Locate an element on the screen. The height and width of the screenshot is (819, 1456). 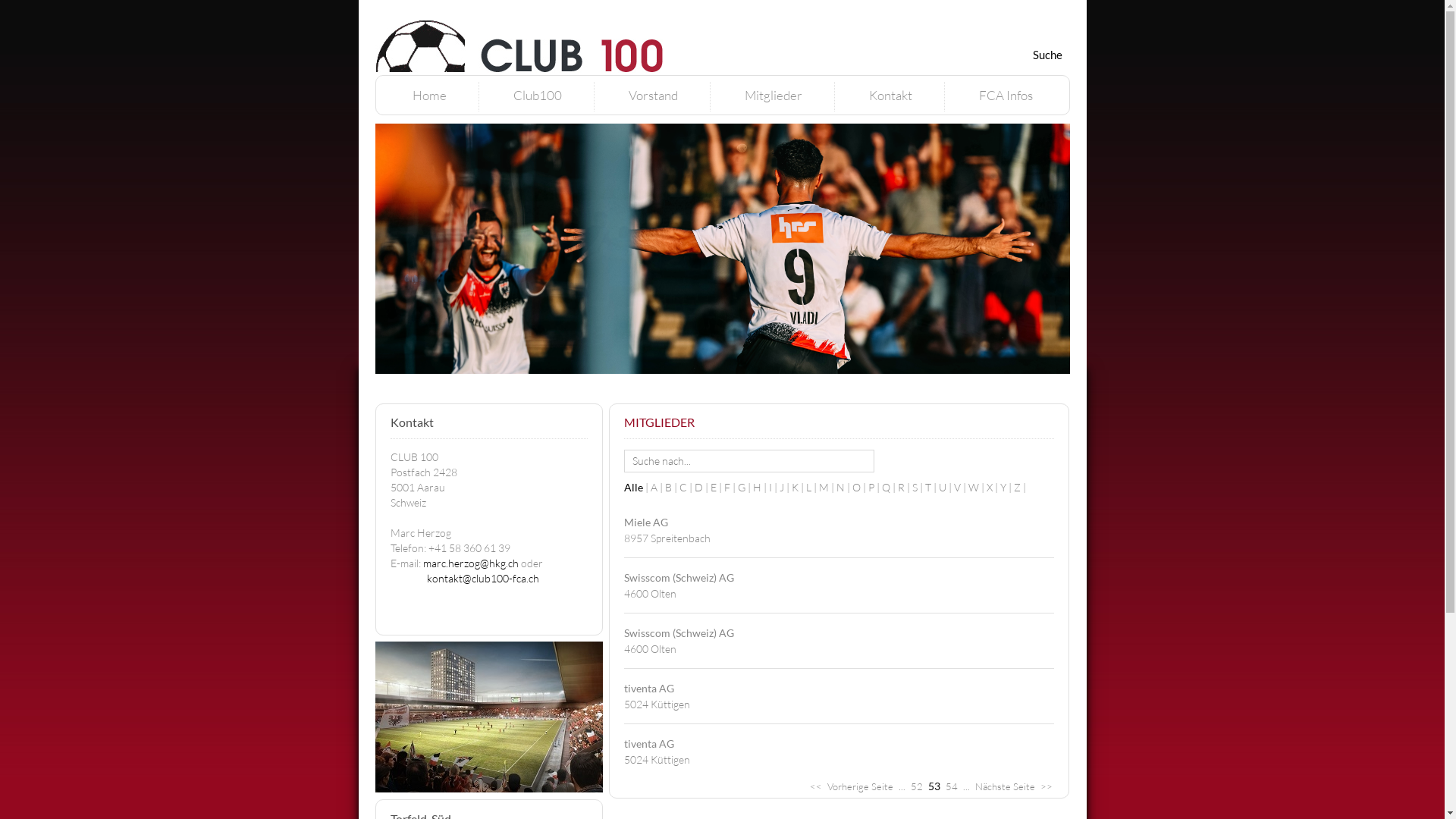
'Mitglieder' is located at coordinates (745, 95).